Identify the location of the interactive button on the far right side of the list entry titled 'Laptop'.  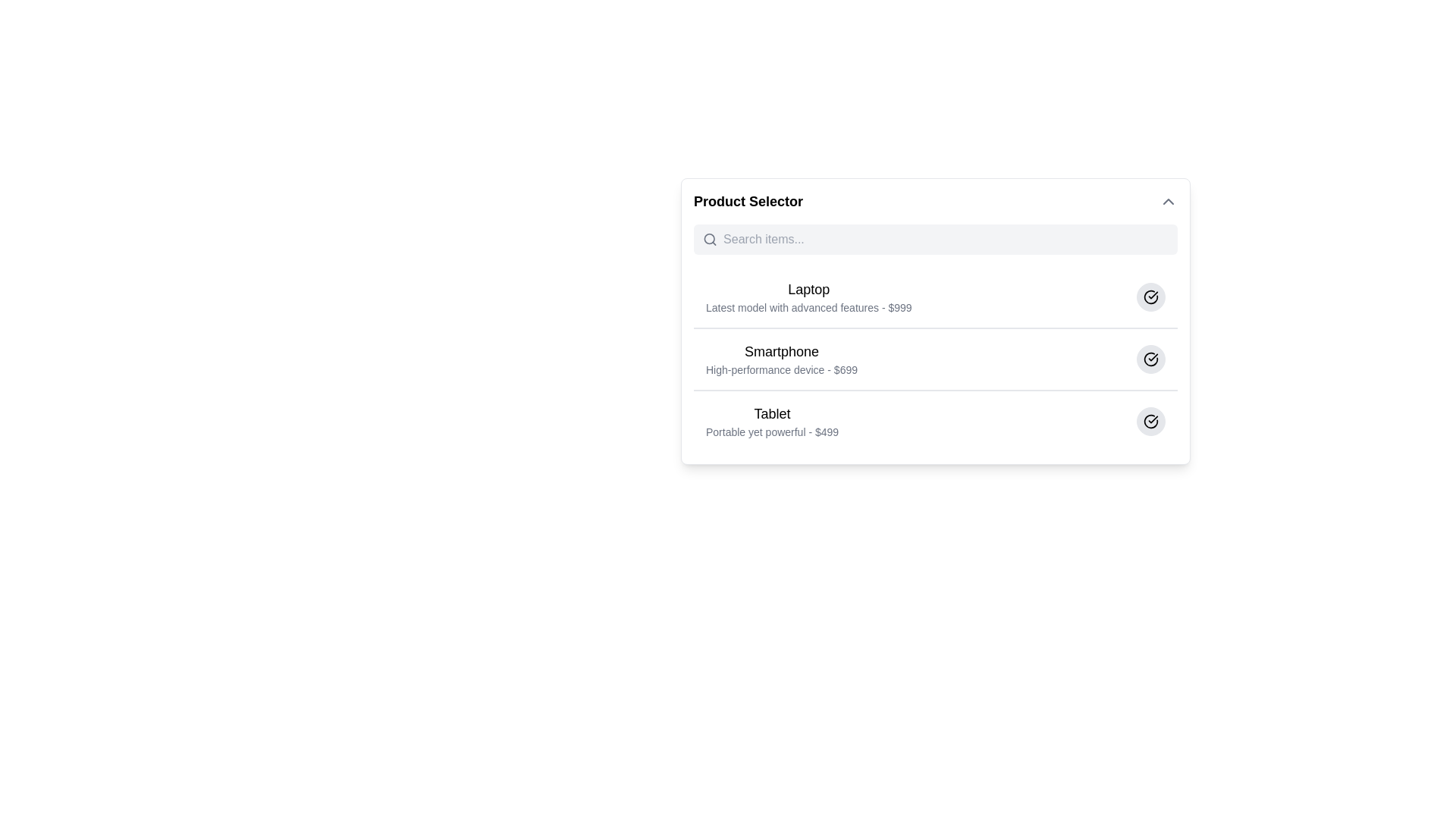
(1150, 297).